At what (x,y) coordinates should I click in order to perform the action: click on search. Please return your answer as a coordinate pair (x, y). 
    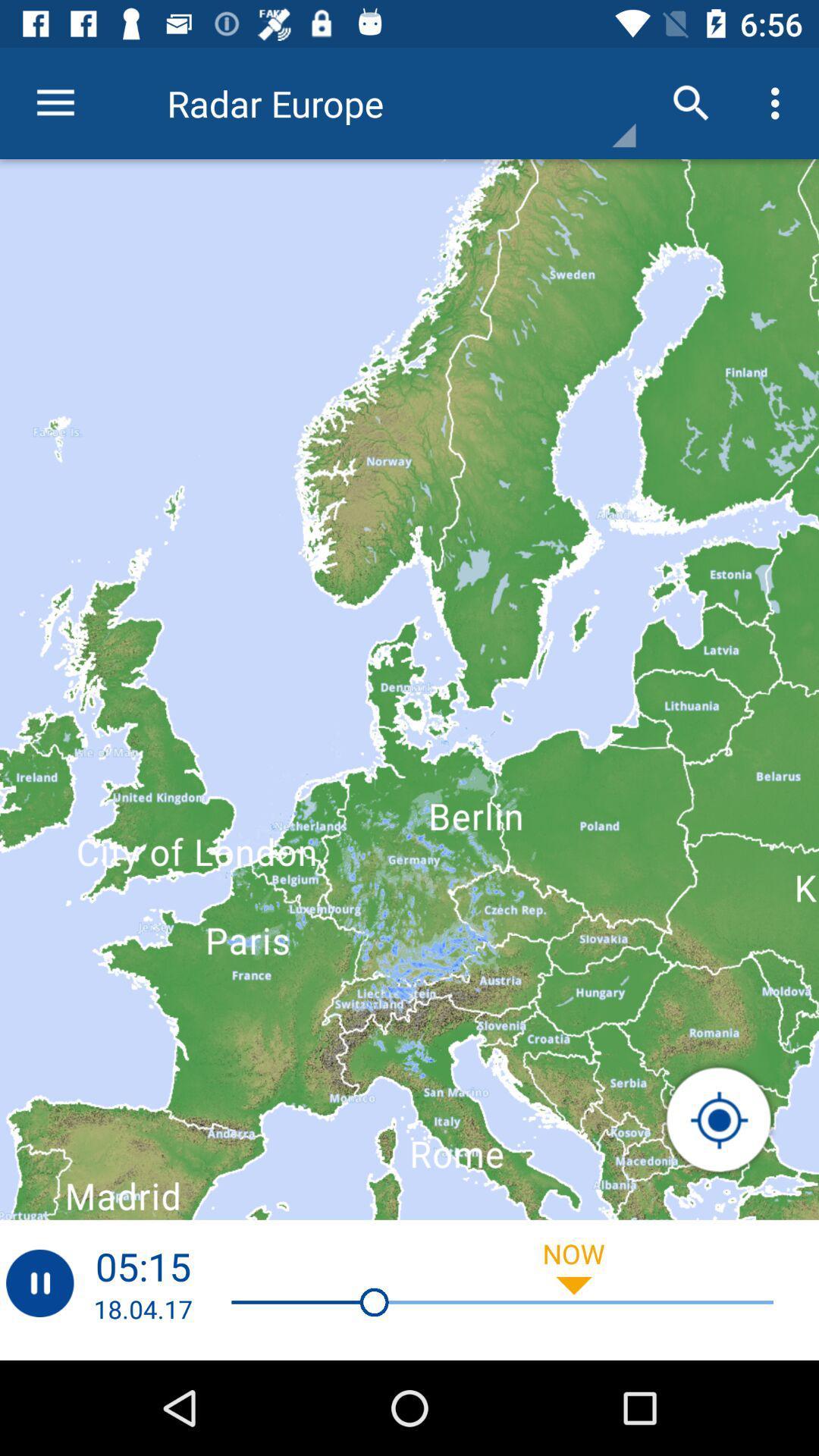
    Looking at the image, I should click on (718, 1120).